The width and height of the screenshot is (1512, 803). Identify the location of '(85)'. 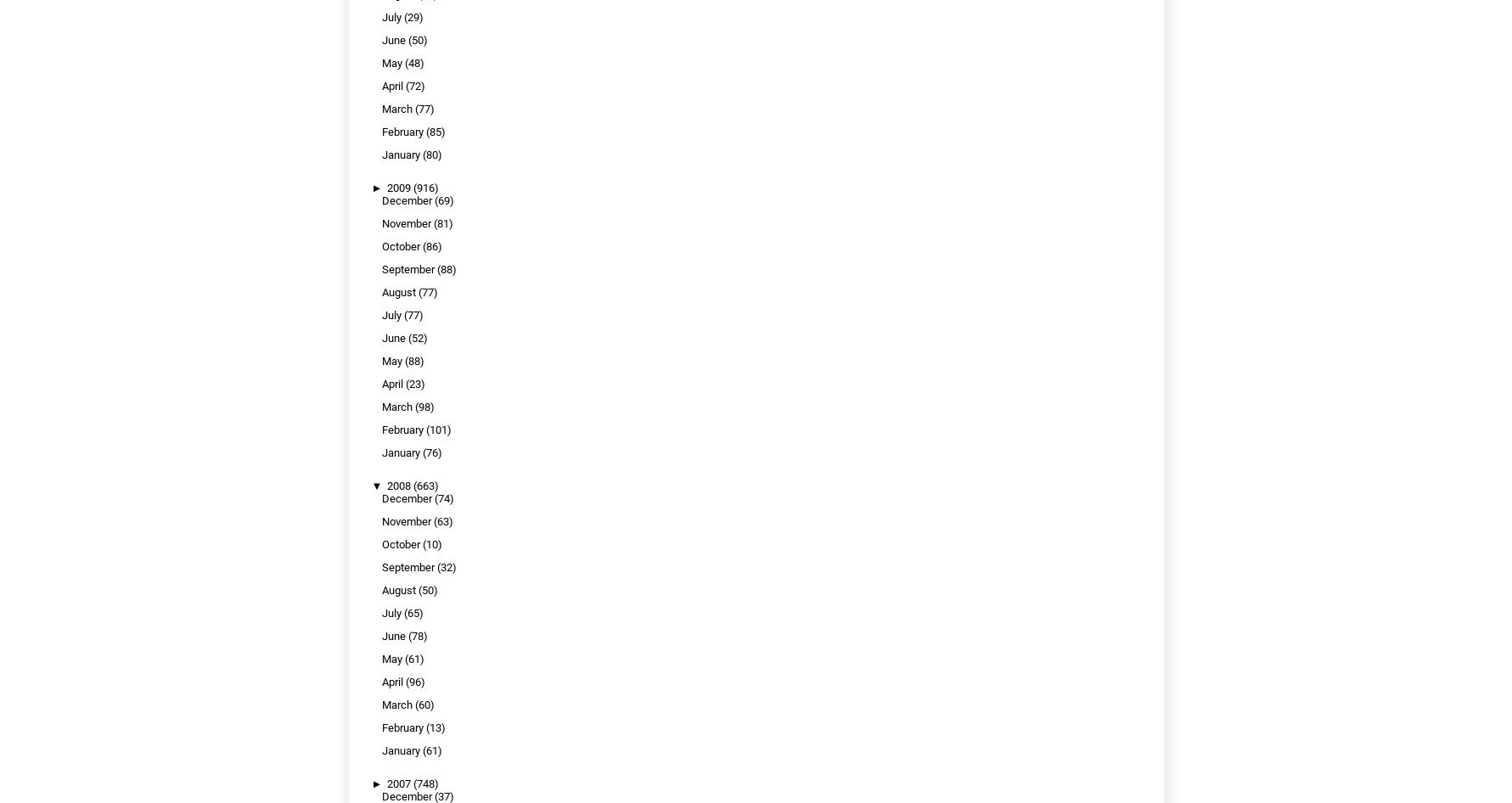
(435, 131).